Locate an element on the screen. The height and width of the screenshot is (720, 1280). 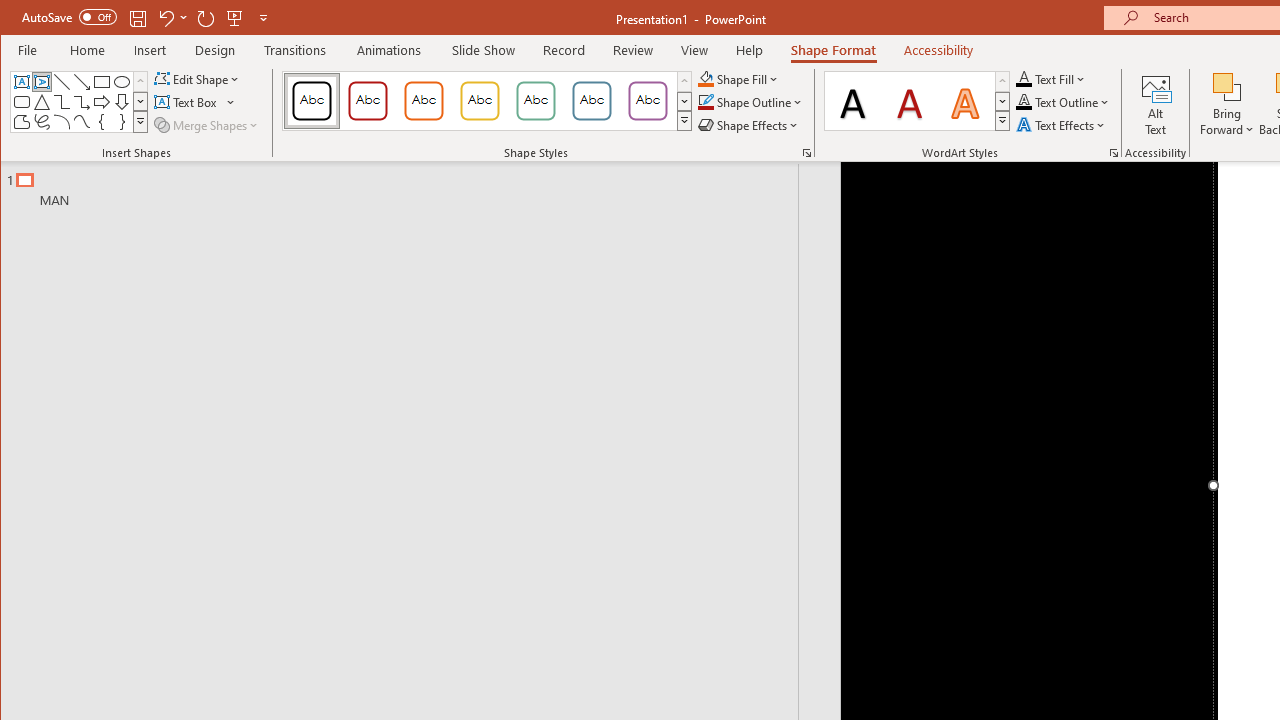
'AutomationID: ShapeStylesGallery' is located at coordinates (488, 101).